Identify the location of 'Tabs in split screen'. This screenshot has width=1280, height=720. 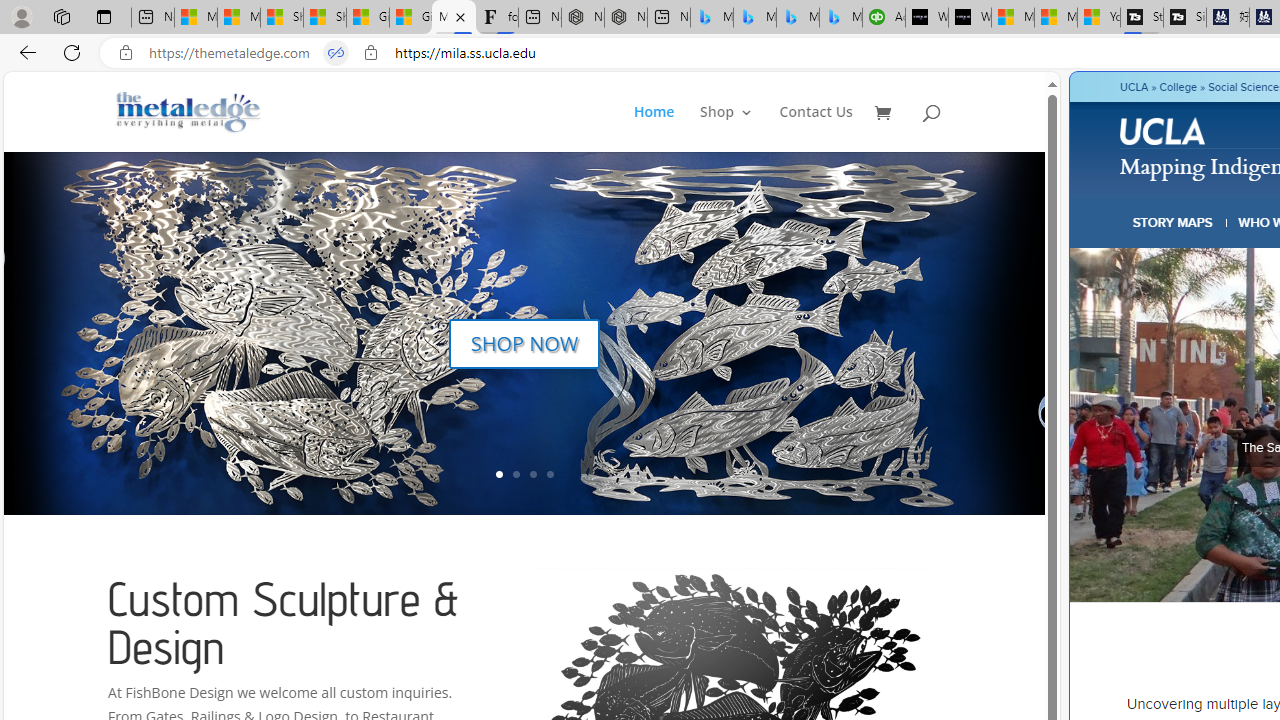
(336, 52).